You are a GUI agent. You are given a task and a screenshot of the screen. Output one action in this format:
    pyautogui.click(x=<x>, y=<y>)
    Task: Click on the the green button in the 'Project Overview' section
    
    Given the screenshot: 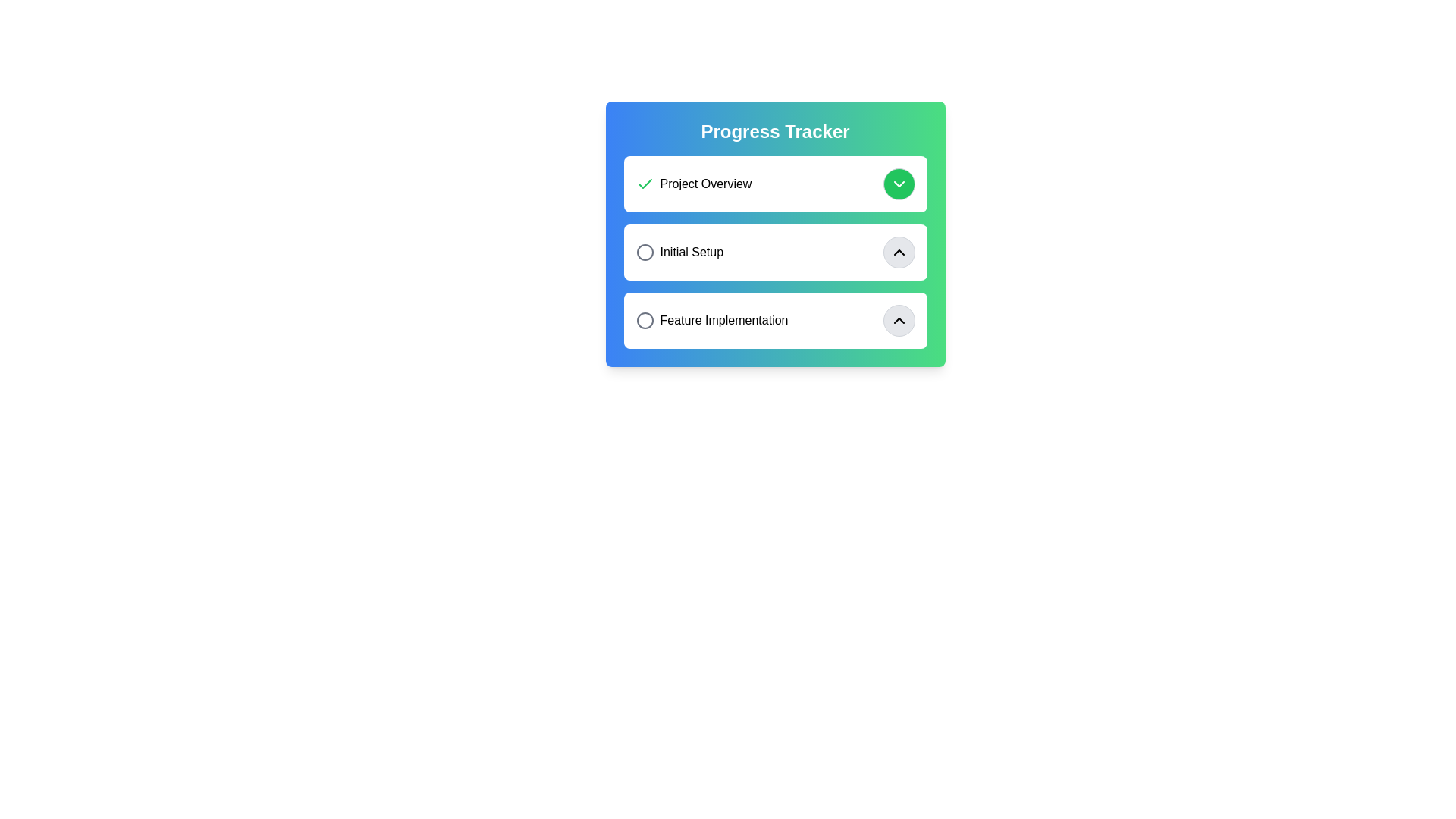 What is the action you would take?
    pyautogui.click(x=775, y=184)
    